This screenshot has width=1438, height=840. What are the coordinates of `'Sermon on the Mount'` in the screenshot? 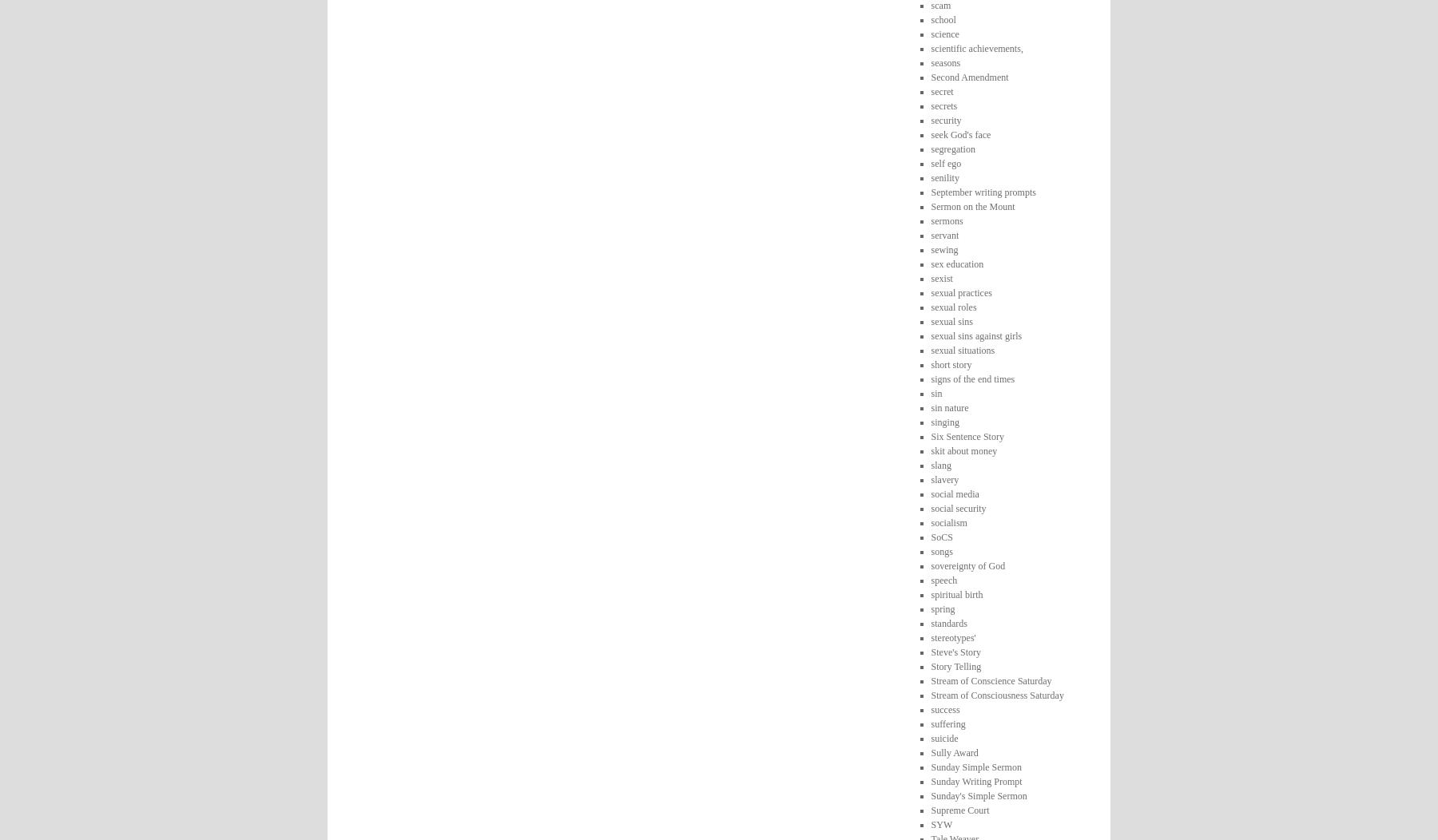 It's located at (971, 204).